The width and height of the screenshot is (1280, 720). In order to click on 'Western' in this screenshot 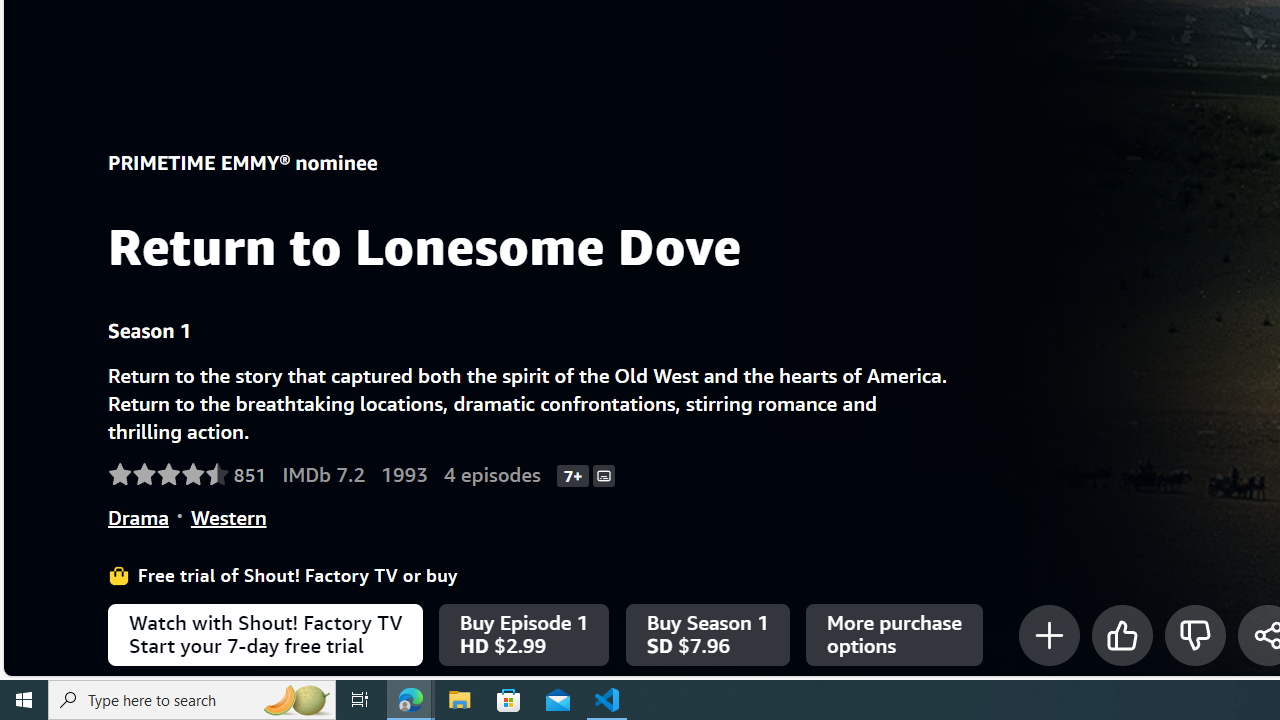, I will do `click(228, 516)`.